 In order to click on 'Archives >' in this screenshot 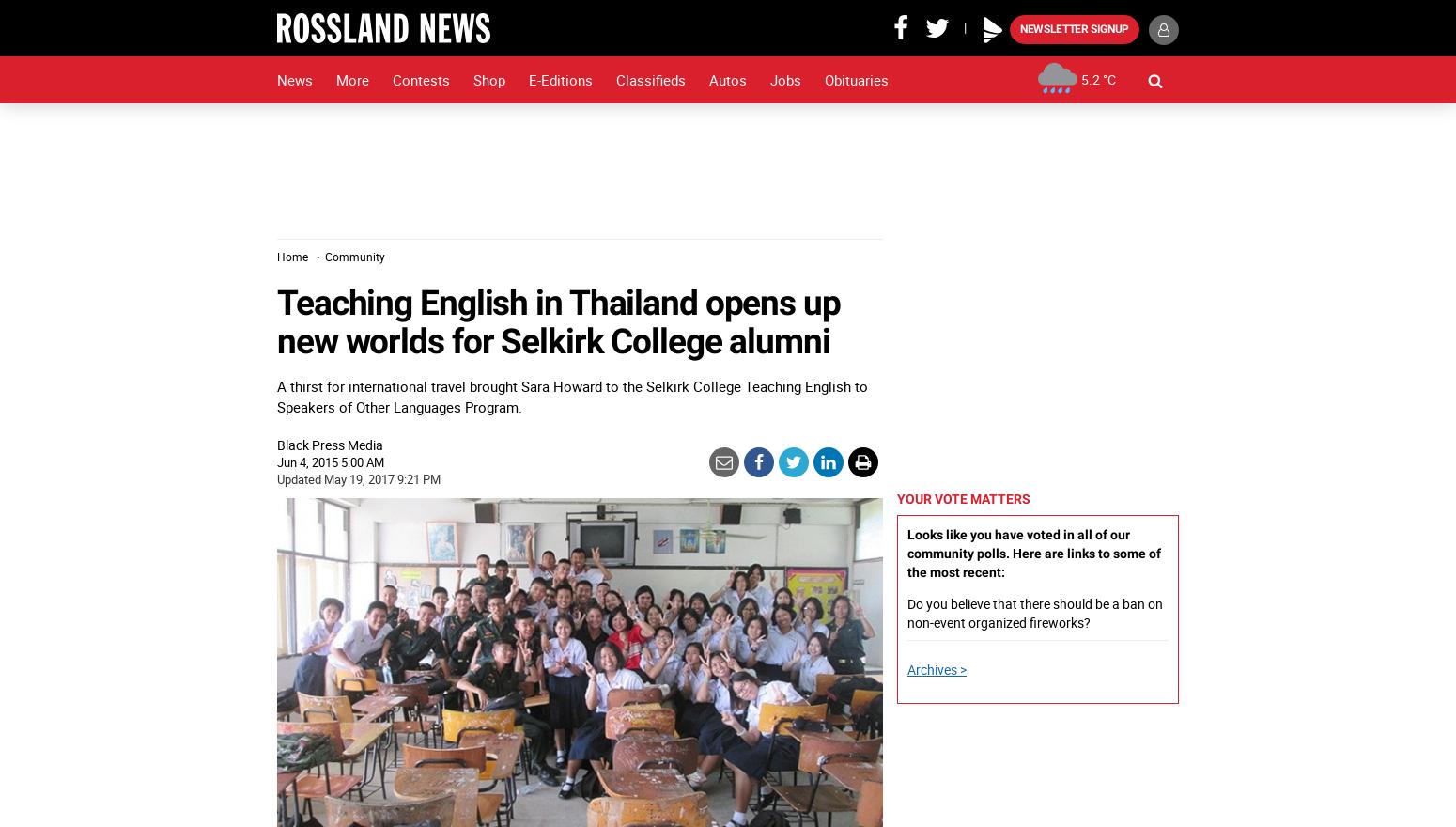, I will do `click(906, 669)`.